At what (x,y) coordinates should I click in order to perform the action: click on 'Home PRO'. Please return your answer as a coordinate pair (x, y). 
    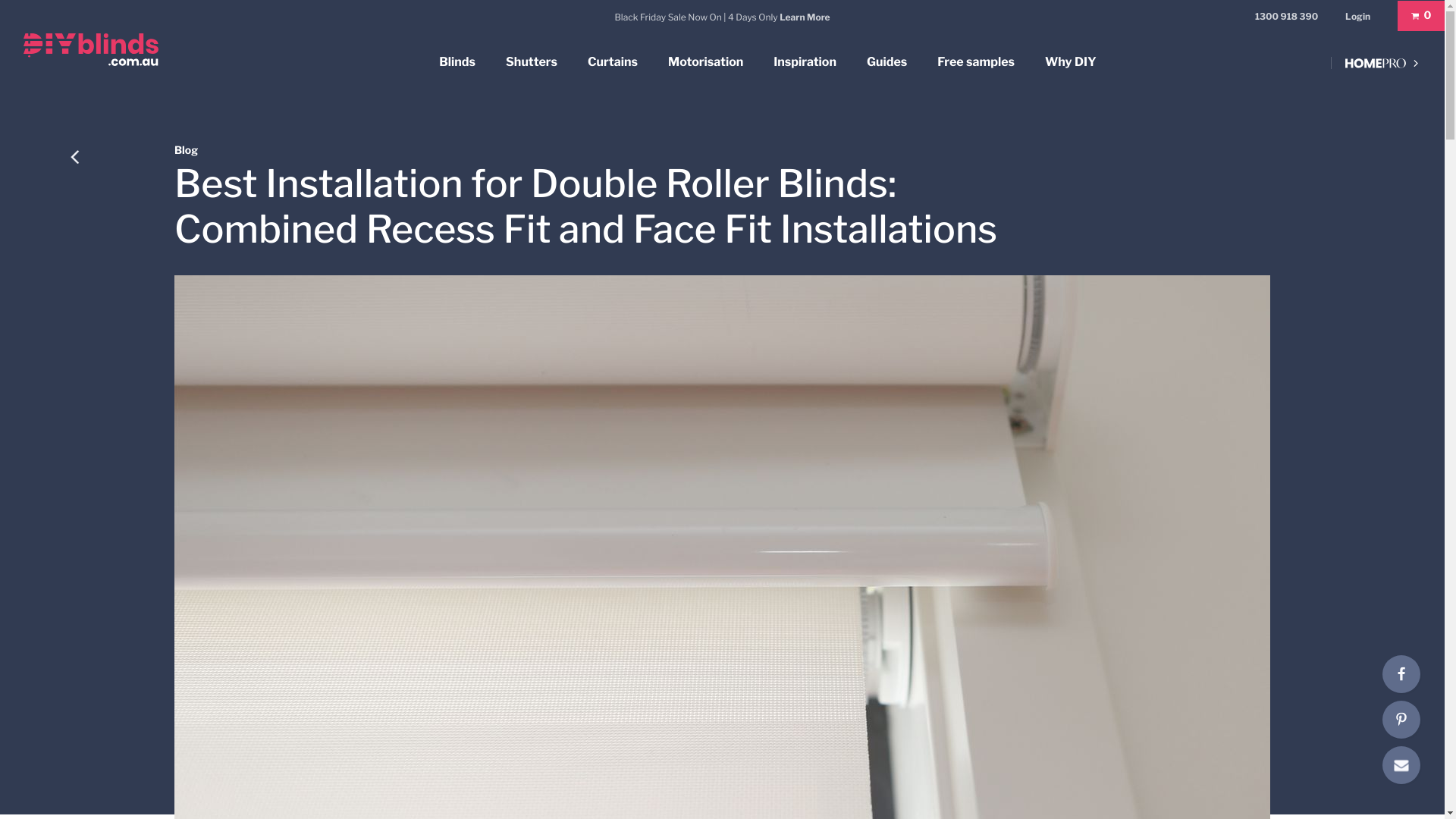
    Looking at the image, I should click on (1376, 62).